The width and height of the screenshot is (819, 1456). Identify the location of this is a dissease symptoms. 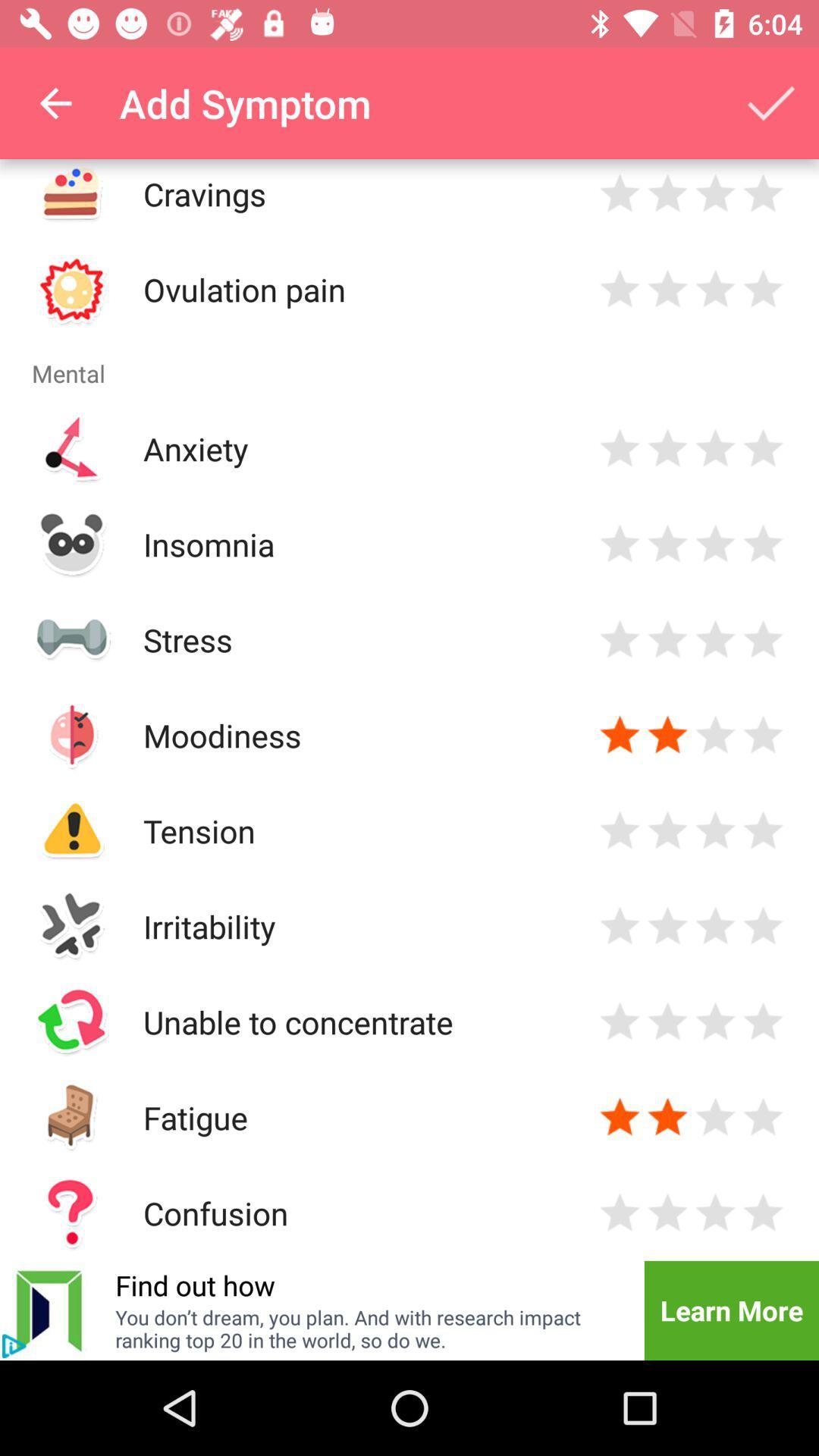
(667, 735).